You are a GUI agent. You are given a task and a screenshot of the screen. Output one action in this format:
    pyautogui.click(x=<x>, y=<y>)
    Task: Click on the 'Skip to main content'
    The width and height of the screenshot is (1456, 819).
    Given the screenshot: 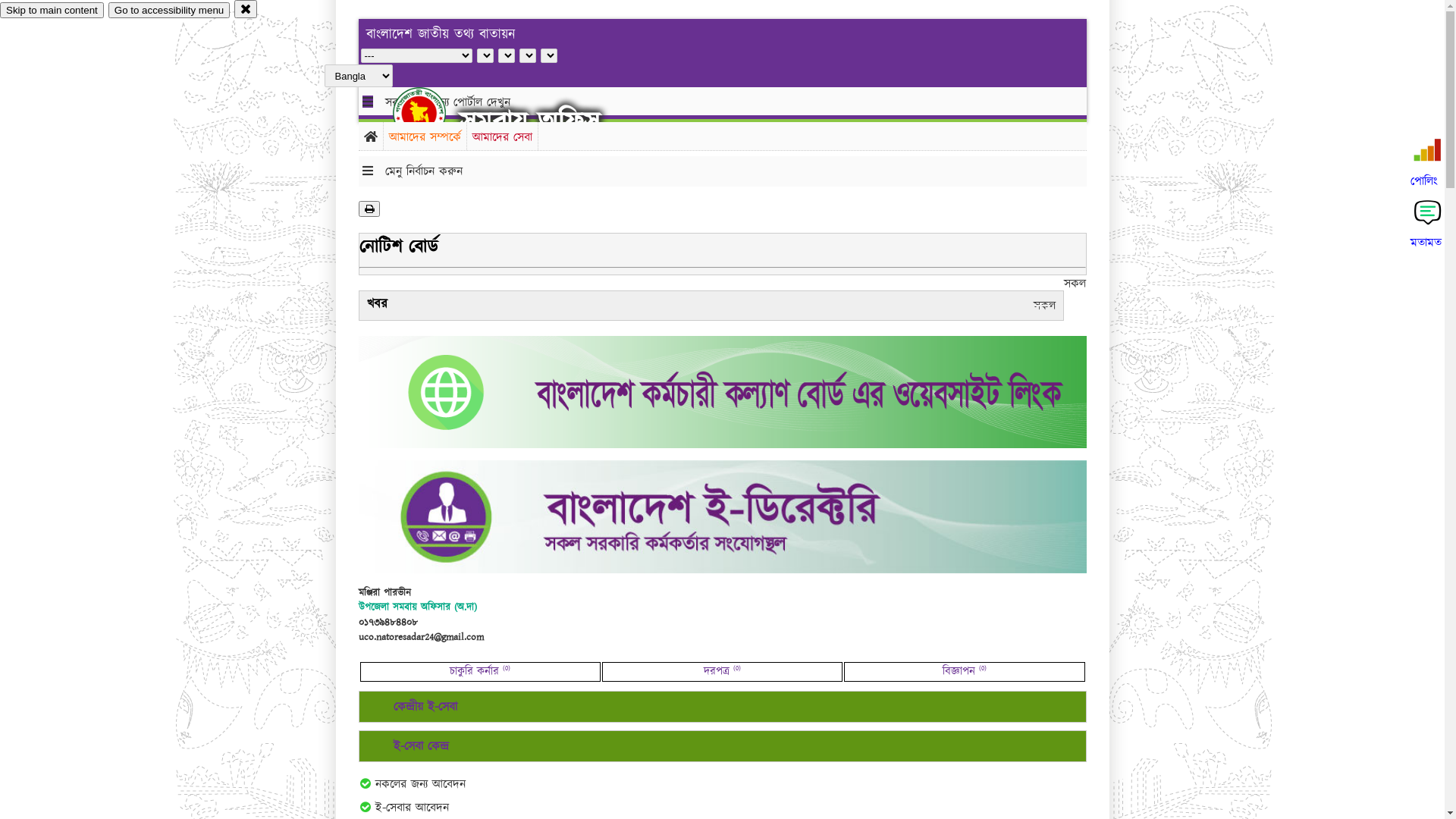 What is the action you would take?
    pyautogui.click(x=0, y=10)
    